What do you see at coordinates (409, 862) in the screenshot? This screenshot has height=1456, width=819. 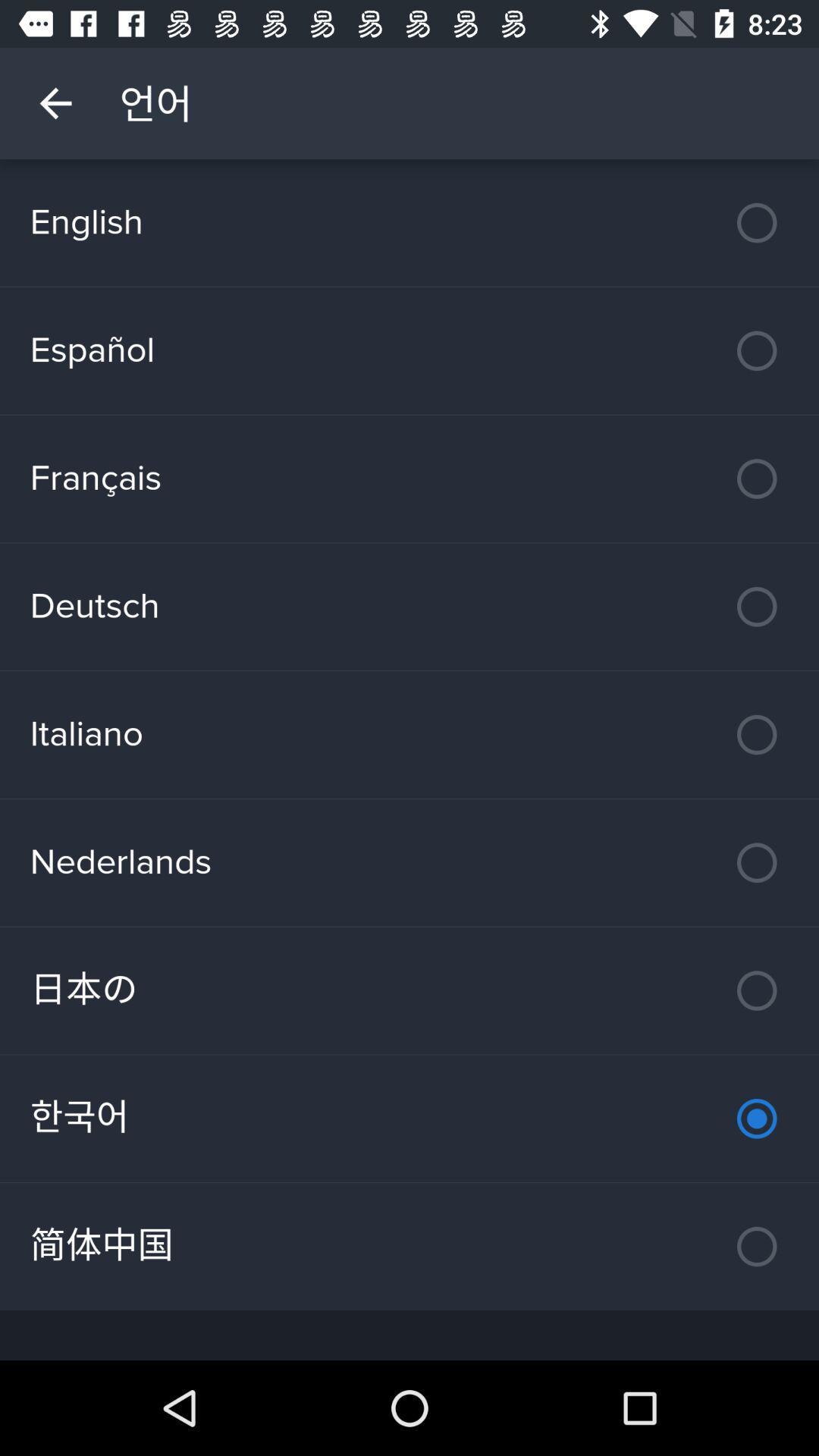 I see `the nederlands item` at bounding box center [409, 862].